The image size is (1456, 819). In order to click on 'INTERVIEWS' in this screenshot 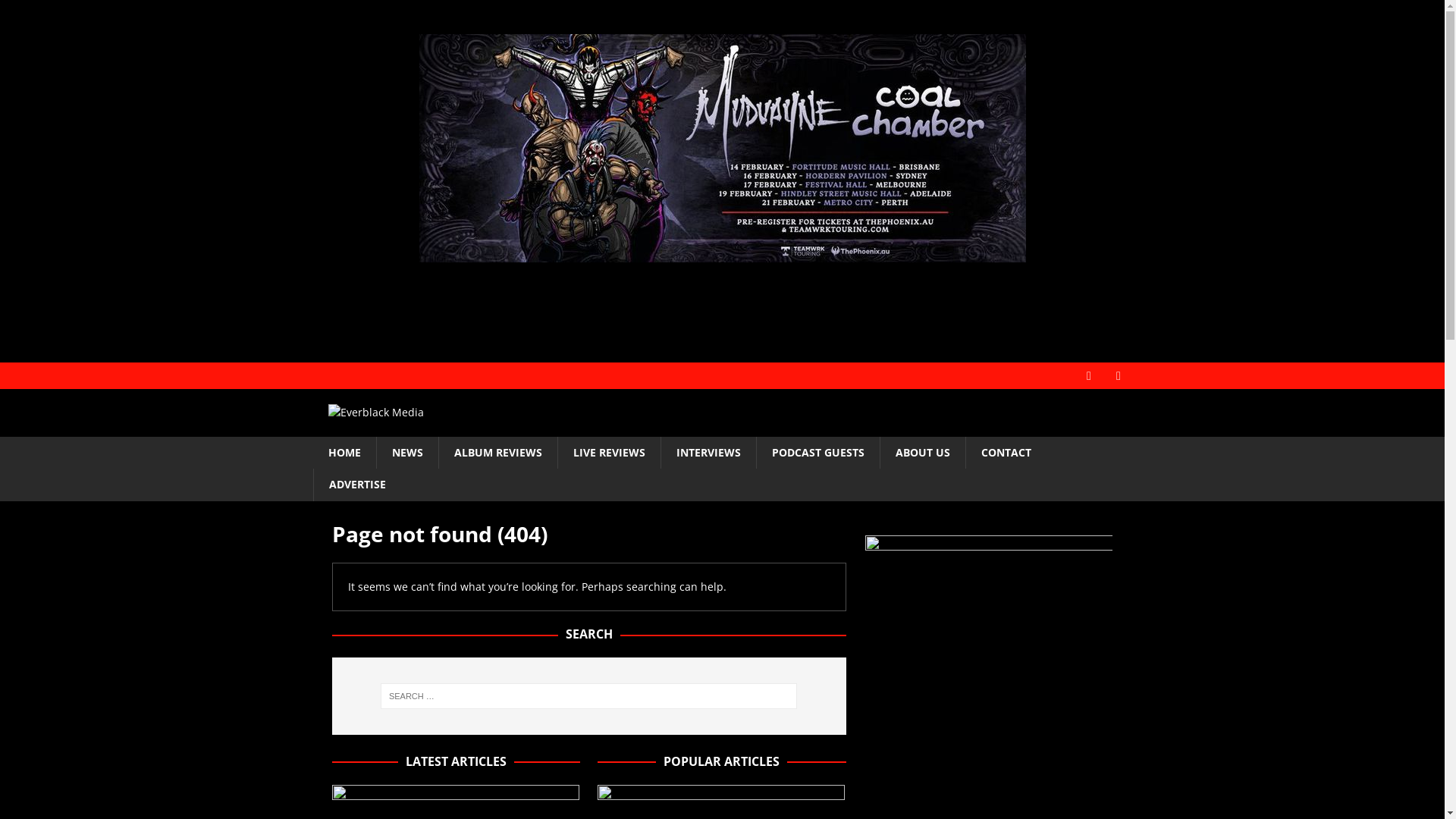, I will do `click(706, 452)`.